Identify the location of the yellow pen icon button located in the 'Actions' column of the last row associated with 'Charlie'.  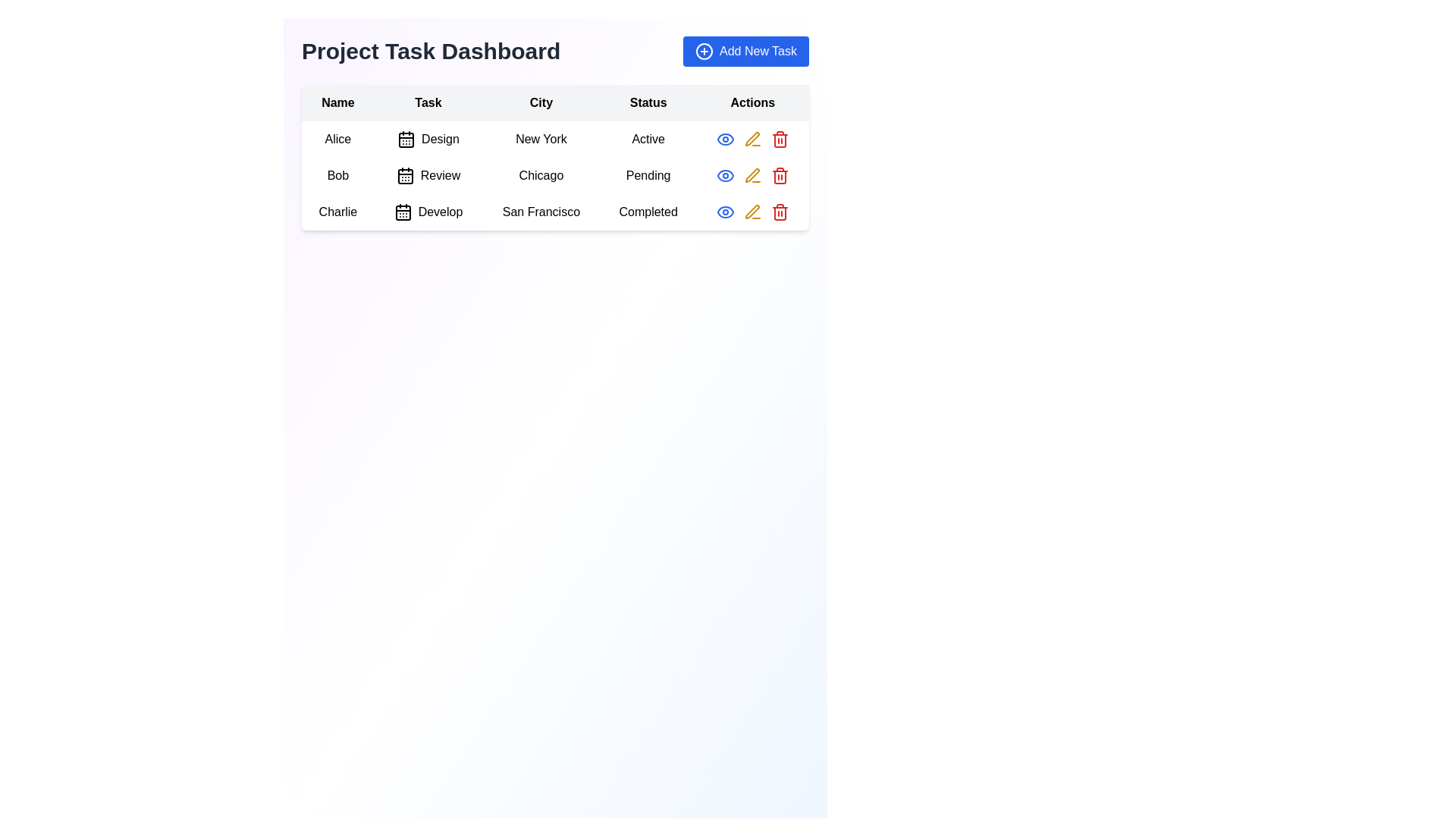
(752, 212).